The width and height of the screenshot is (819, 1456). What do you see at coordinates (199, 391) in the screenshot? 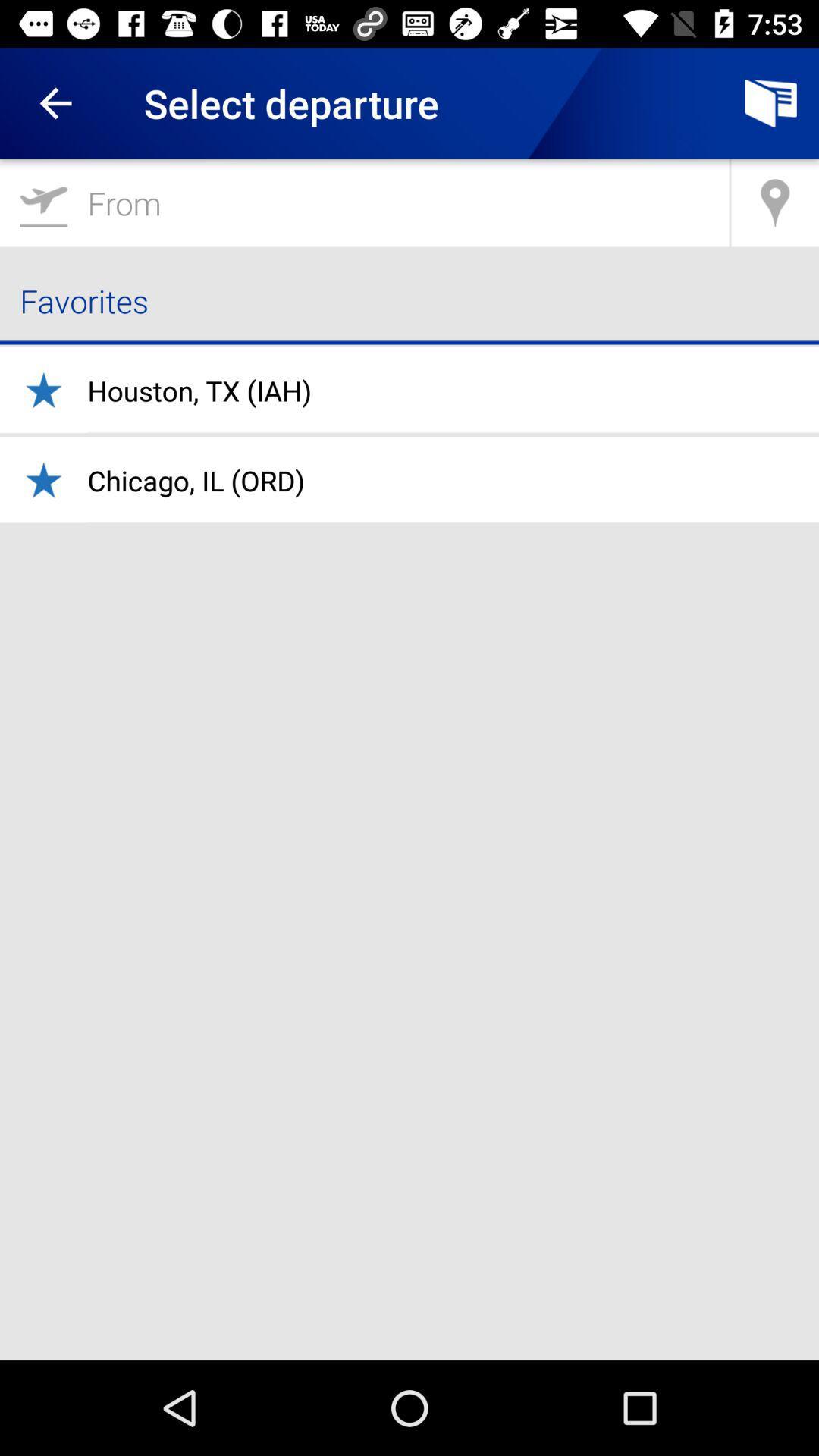
I see `the houston, tx (iah)` at bounding box center [199, 391].